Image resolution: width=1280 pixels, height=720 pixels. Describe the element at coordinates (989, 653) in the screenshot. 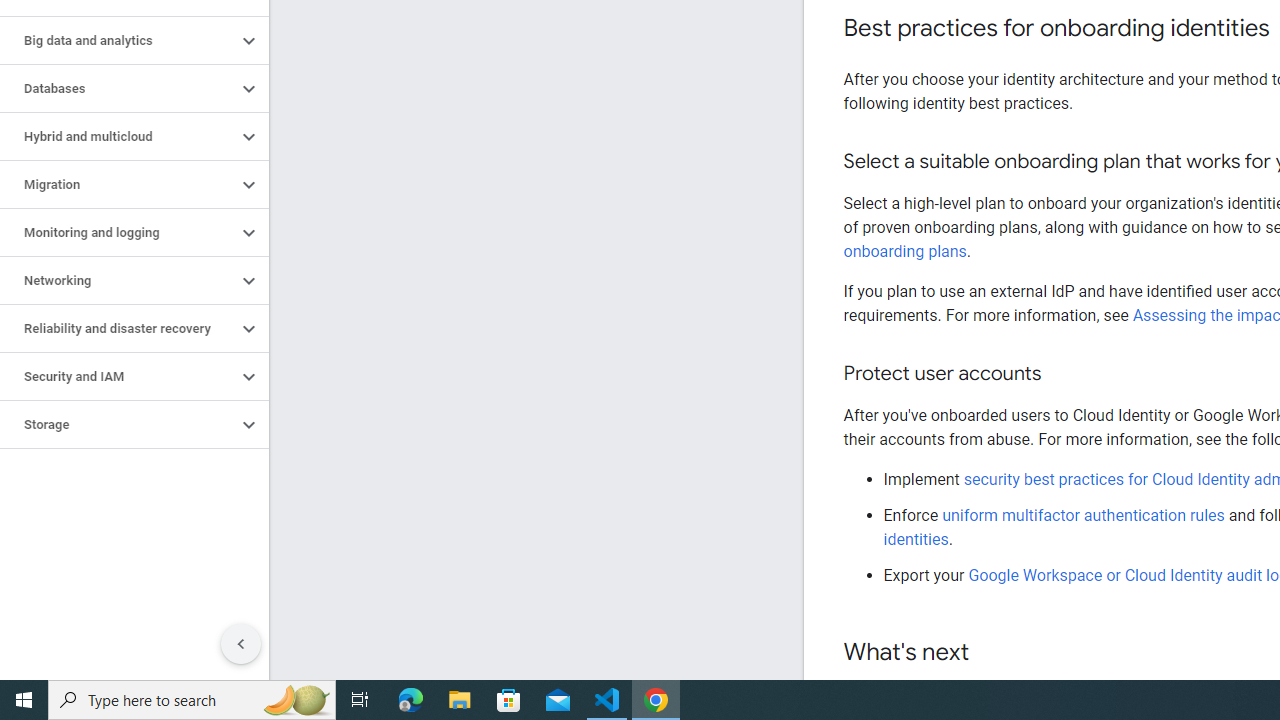

I see `'Copy link to this section: What'` at that location.